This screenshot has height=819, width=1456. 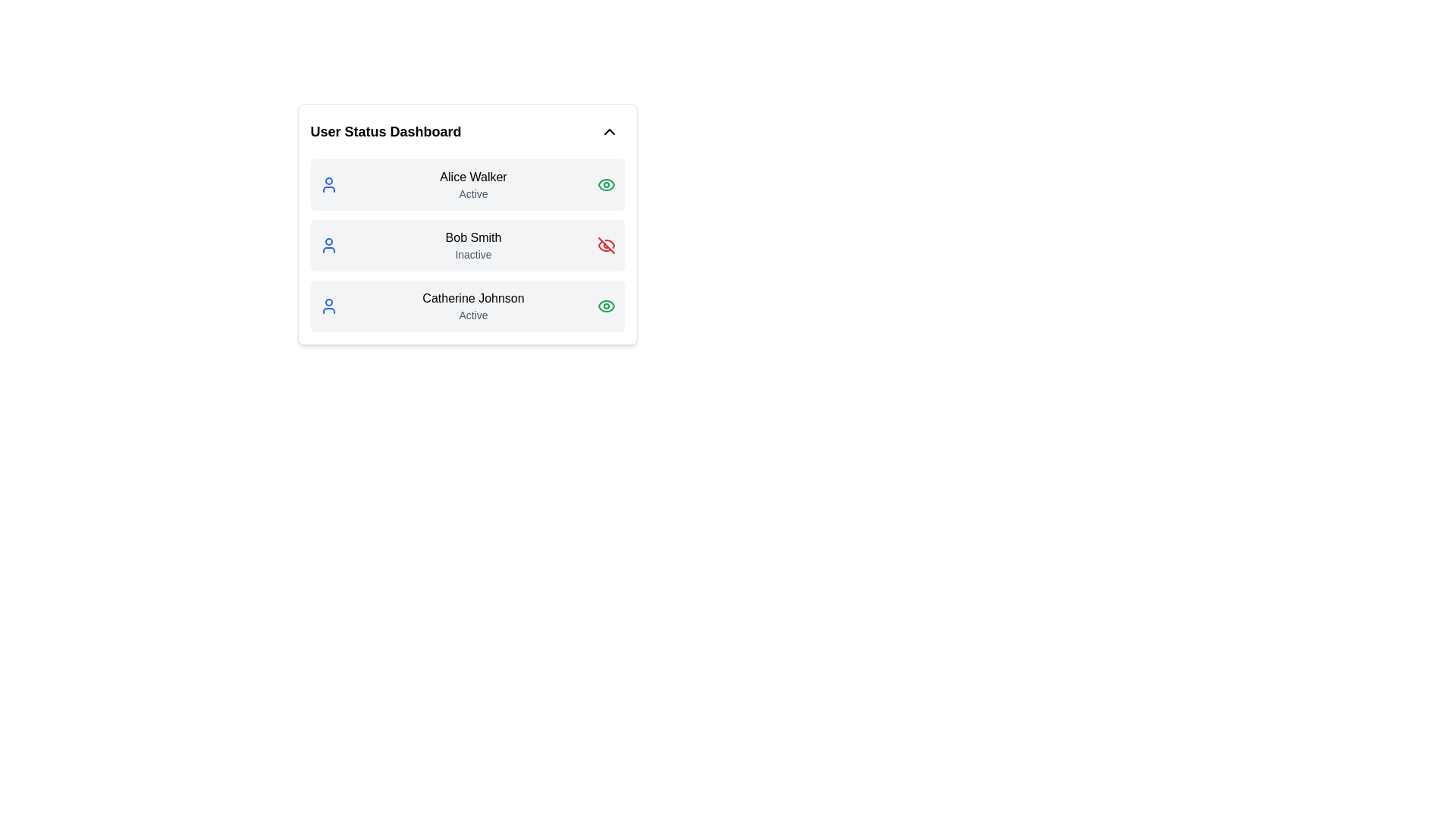 I want to click on the state symbolized by the green eye icon located next to the text 'Alice Walker' in the user status dashboard, so click(x=605, y=184).